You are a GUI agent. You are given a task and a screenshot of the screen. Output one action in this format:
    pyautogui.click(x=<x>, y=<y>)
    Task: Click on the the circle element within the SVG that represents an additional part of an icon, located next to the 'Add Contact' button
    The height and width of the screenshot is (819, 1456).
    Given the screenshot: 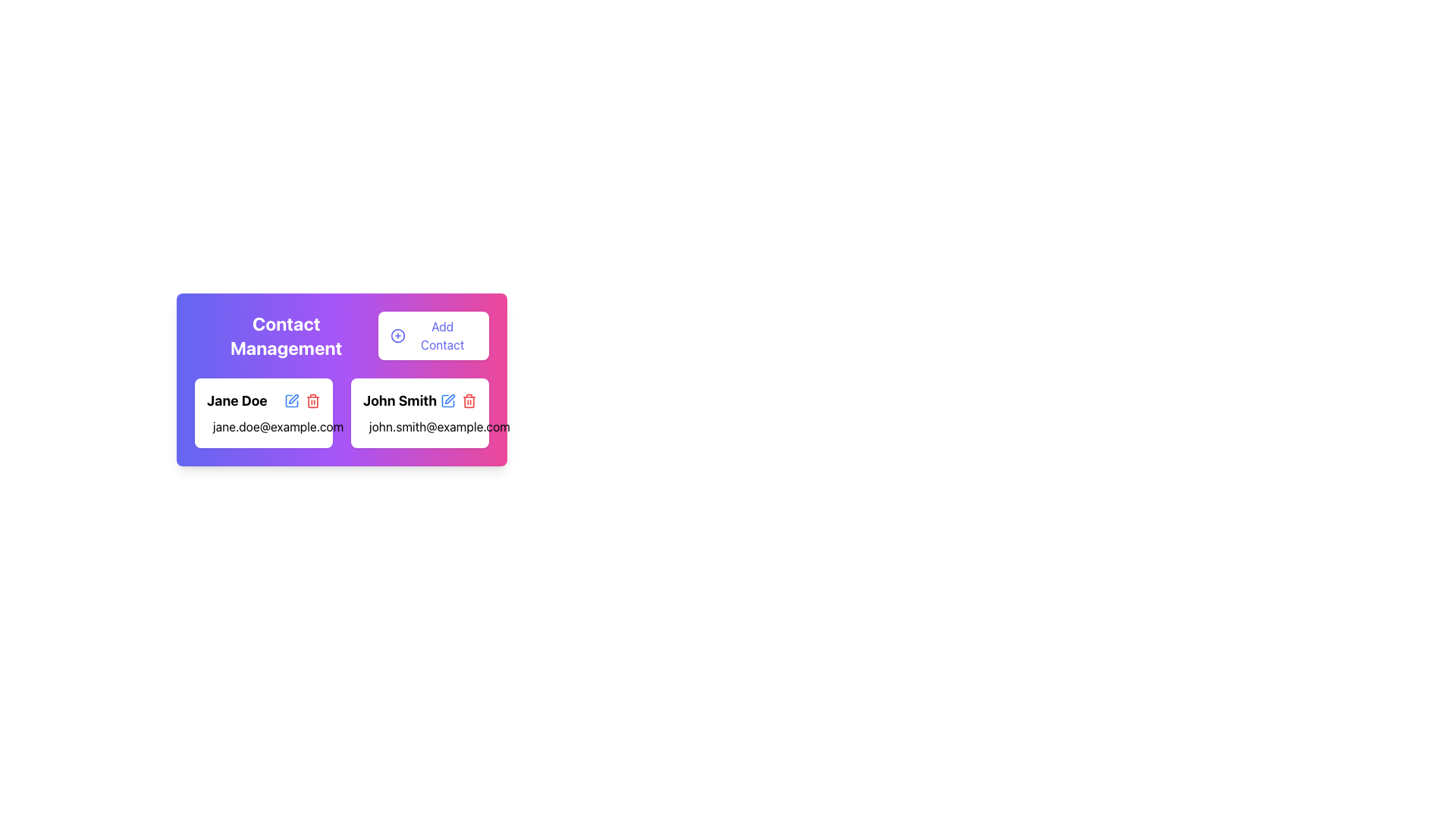 What is the action you would take?
    pyautogui.click(x=397, y=335)
    